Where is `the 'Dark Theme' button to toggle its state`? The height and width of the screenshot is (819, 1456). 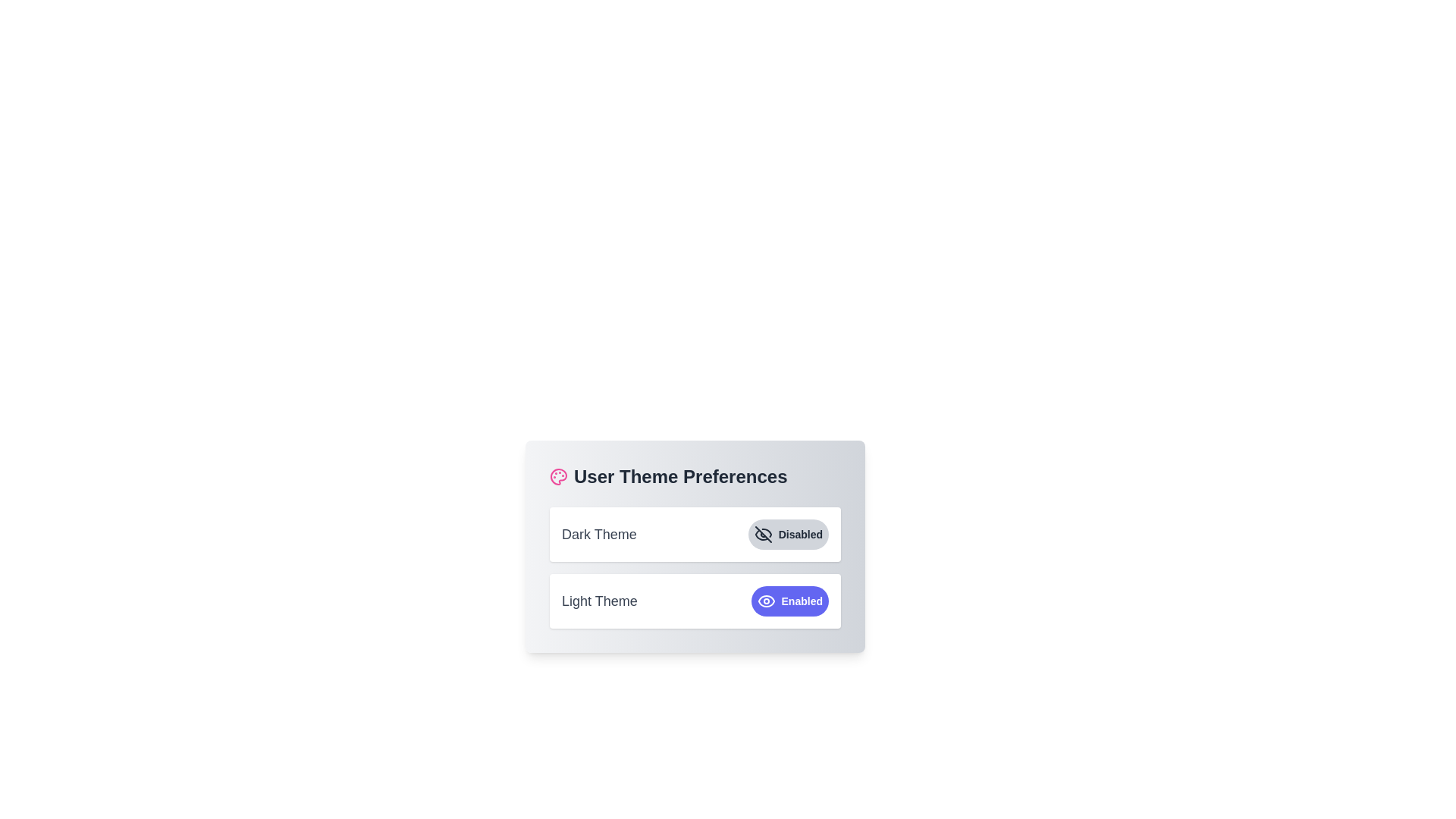 the 'Dark Theme' button to toggle its state is located at coordinates (788, 534).